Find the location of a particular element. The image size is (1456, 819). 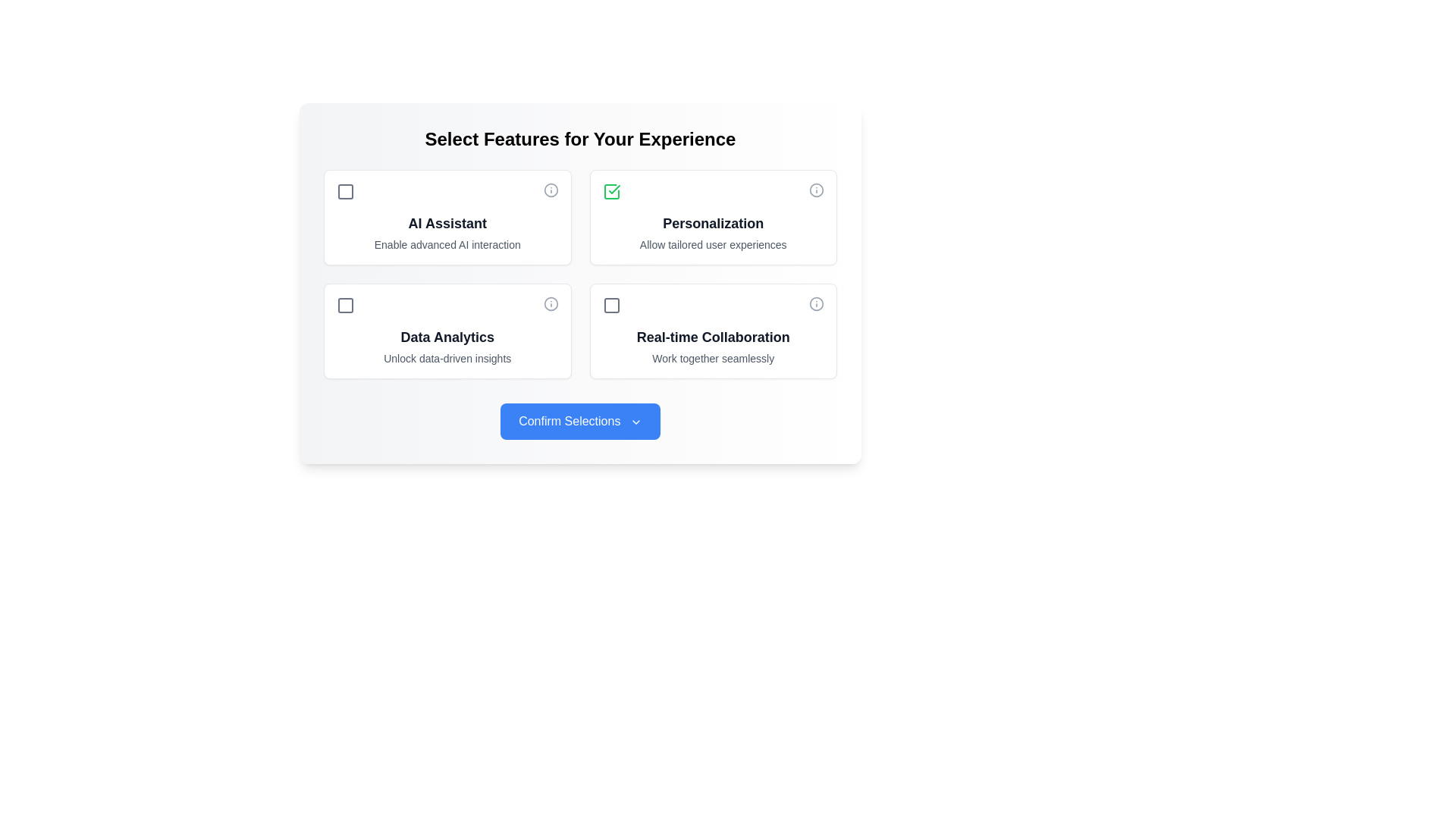

the text caption 'Unlock data-driven insights' that is styled in gray and located beneath the 'Data Analytics' heading in the bottom-left feature selection panel to trigger any potential tooltip is located at coordinates (447, 359).